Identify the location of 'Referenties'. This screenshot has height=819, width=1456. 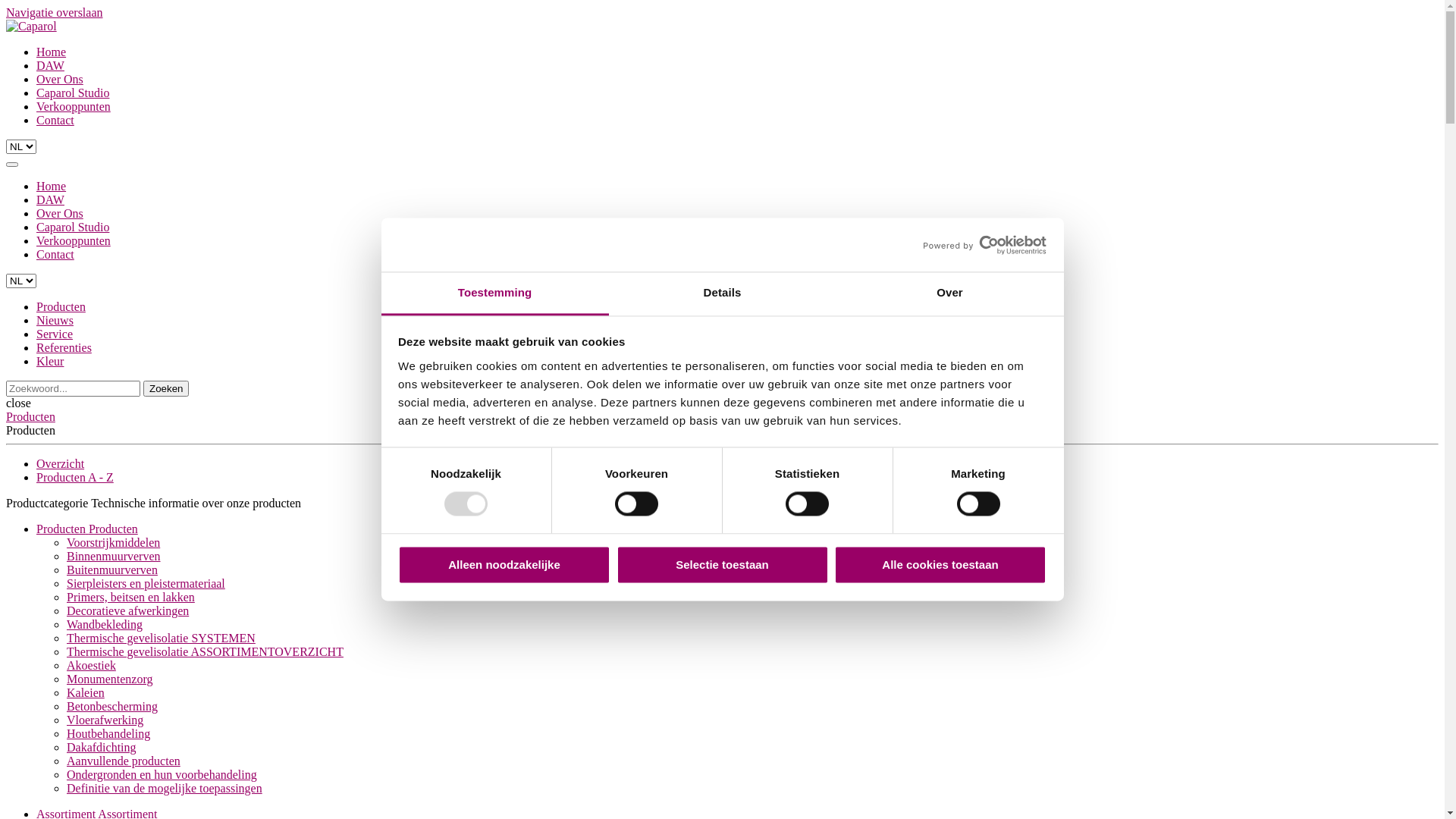
(63, 347).